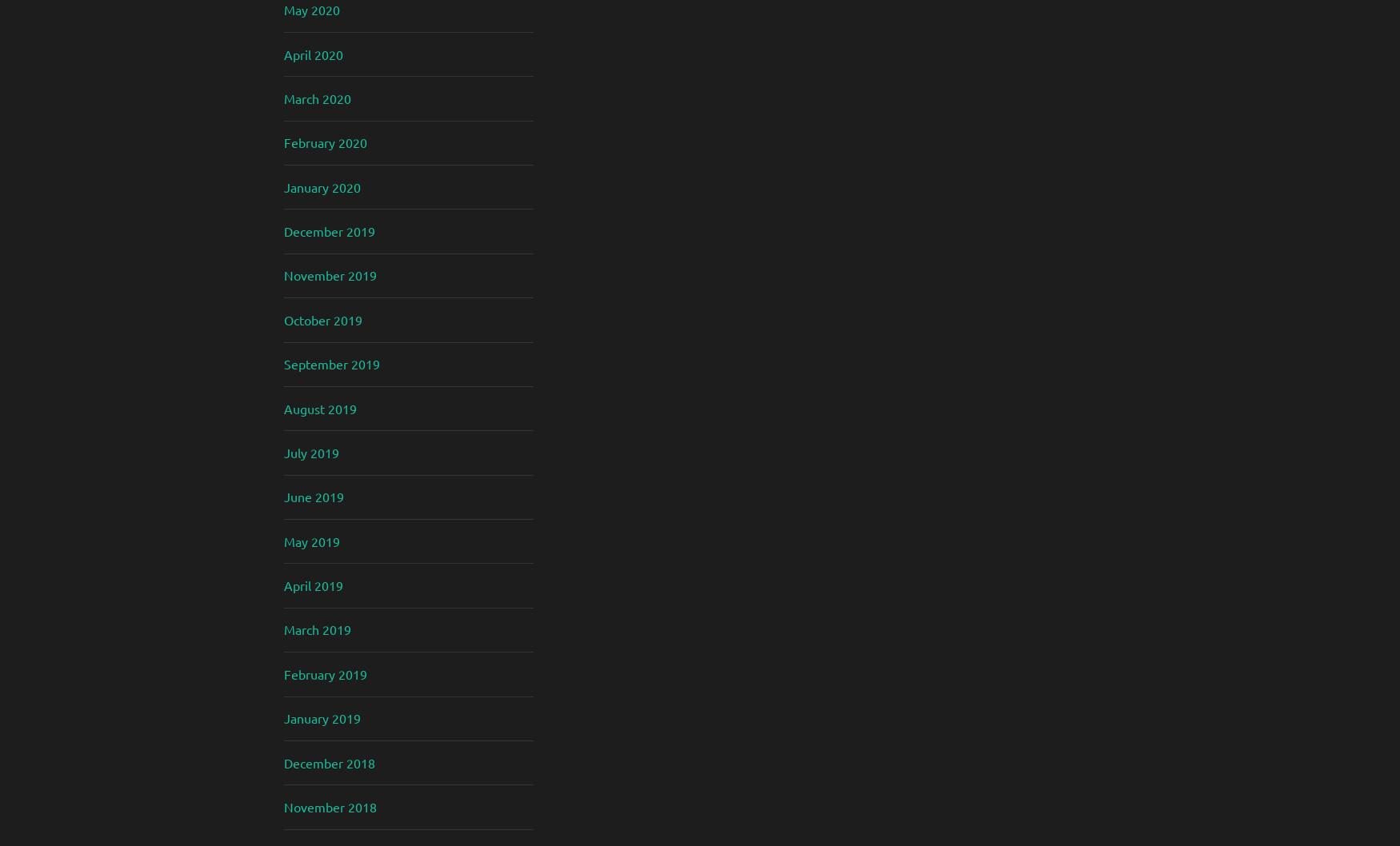 This screenshot has height=846, width=1400. I want to click on 'April 2020', so click(313, 53).